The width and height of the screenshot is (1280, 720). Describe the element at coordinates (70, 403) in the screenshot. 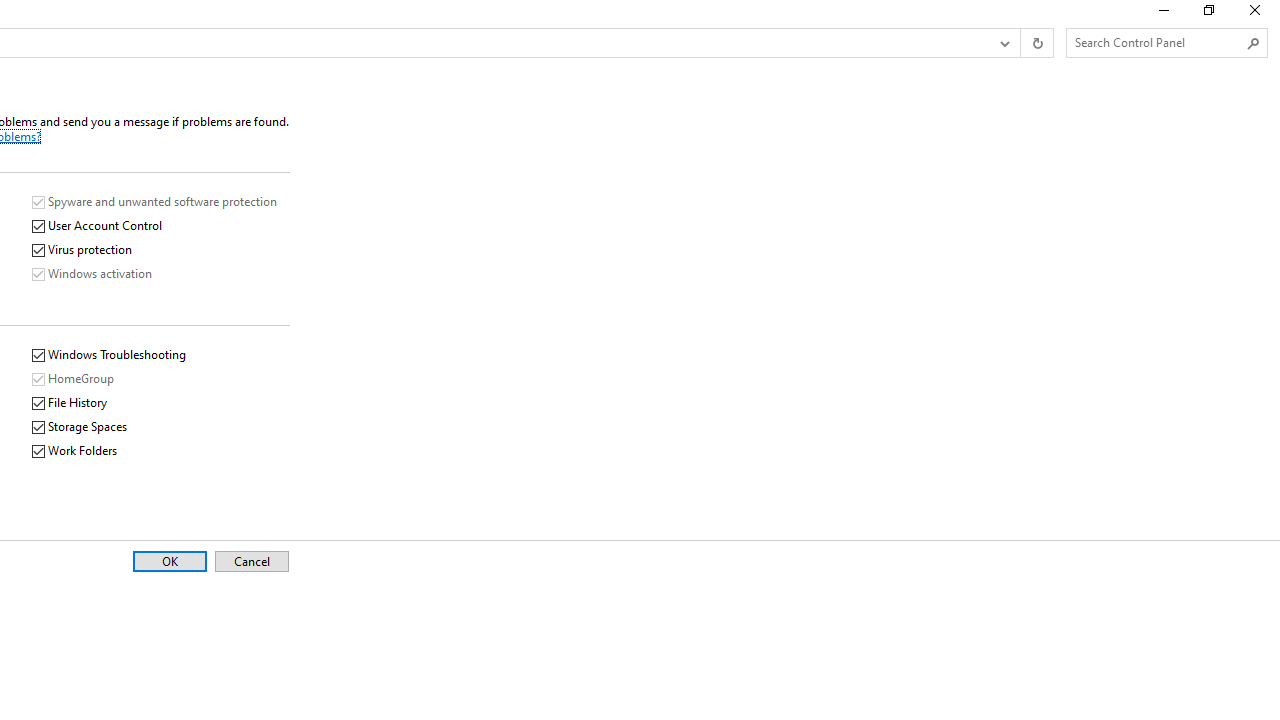

I see `'File History'` at that location.